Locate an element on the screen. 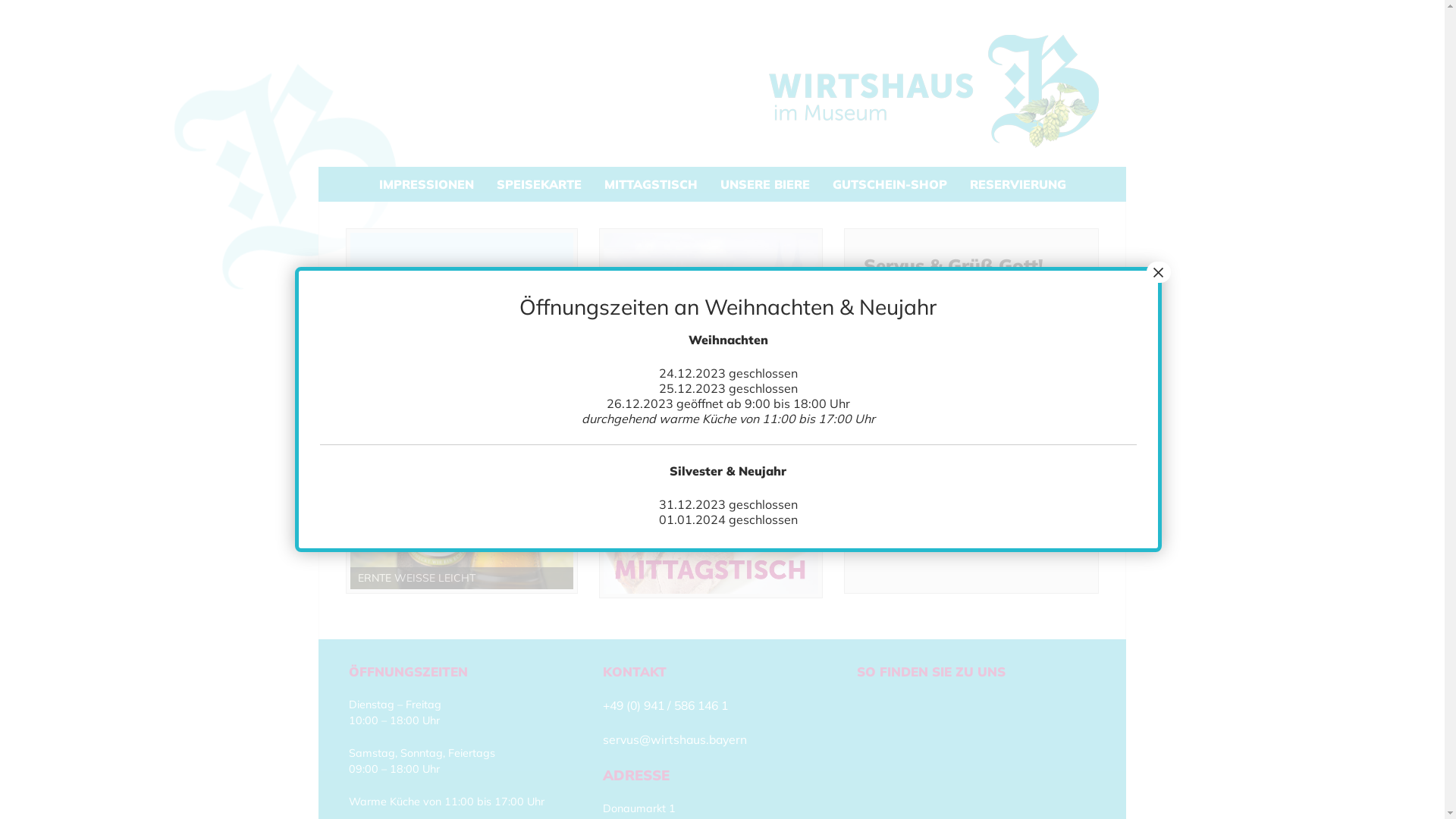  'RESERVIERUNG' is located at coordinates (1018, 184).